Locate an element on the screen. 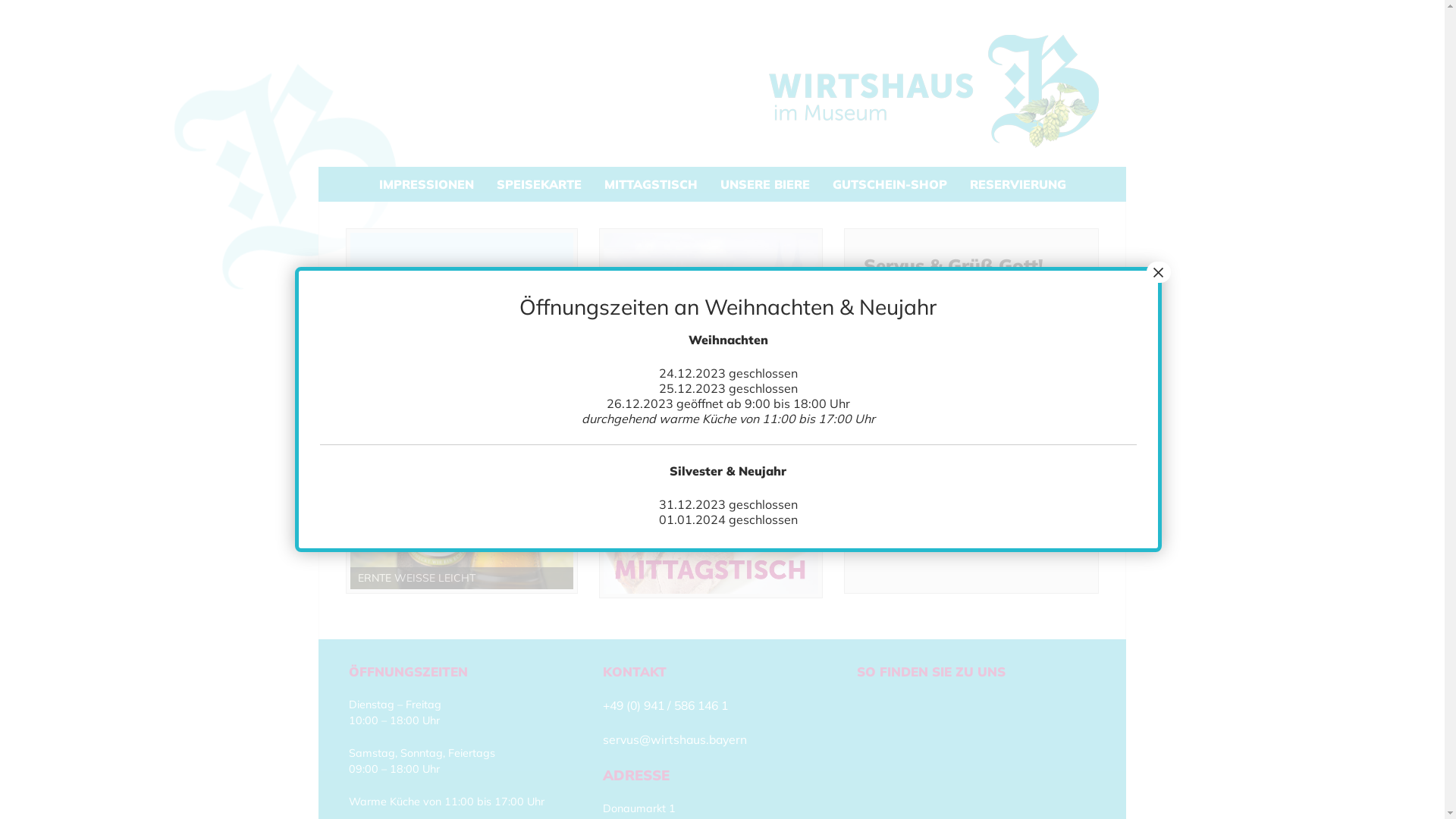  'RESERVIERUNG' is located at coordinates (1018, 184).